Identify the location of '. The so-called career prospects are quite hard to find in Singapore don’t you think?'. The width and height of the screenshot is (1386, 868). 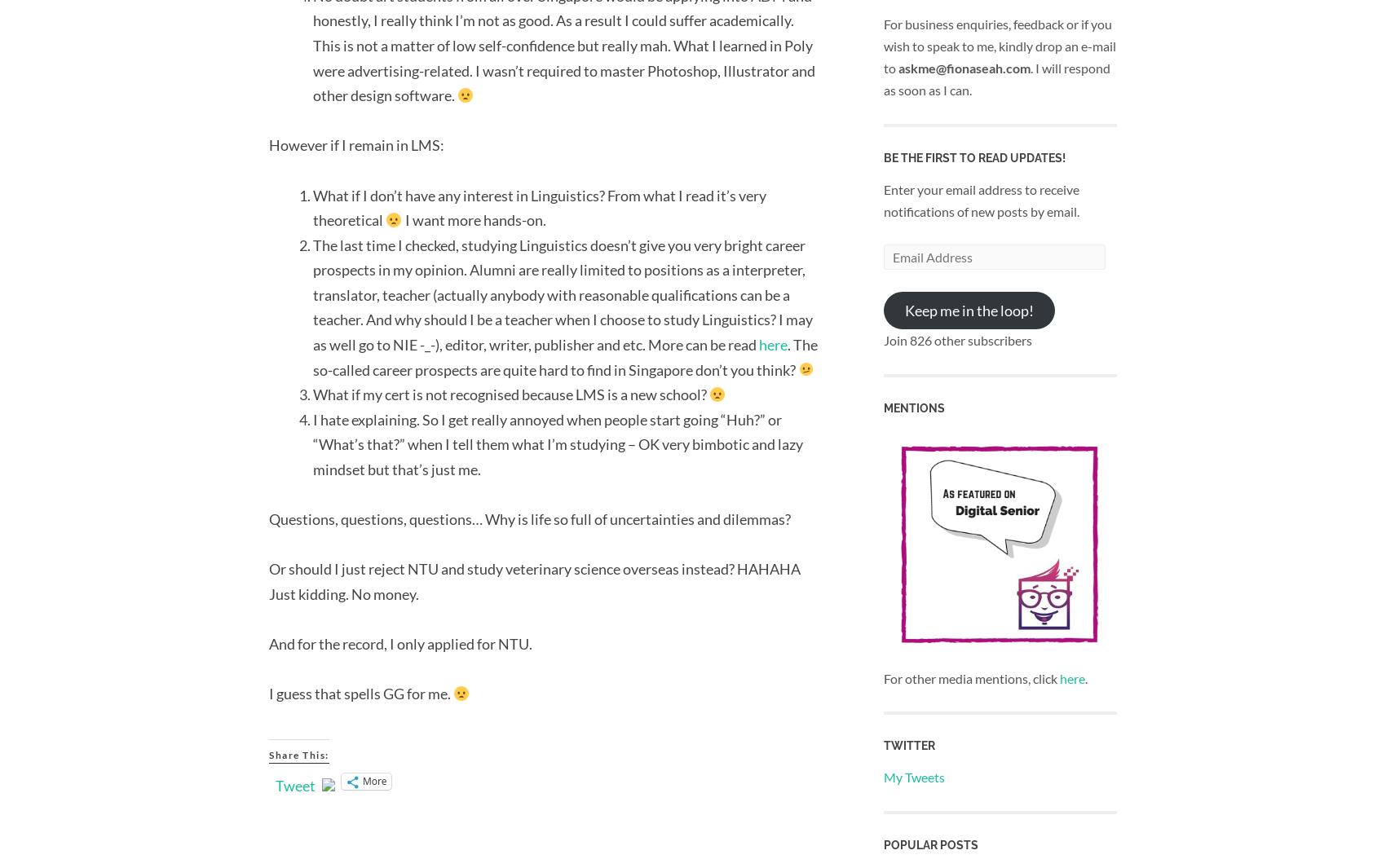
(565, 356).